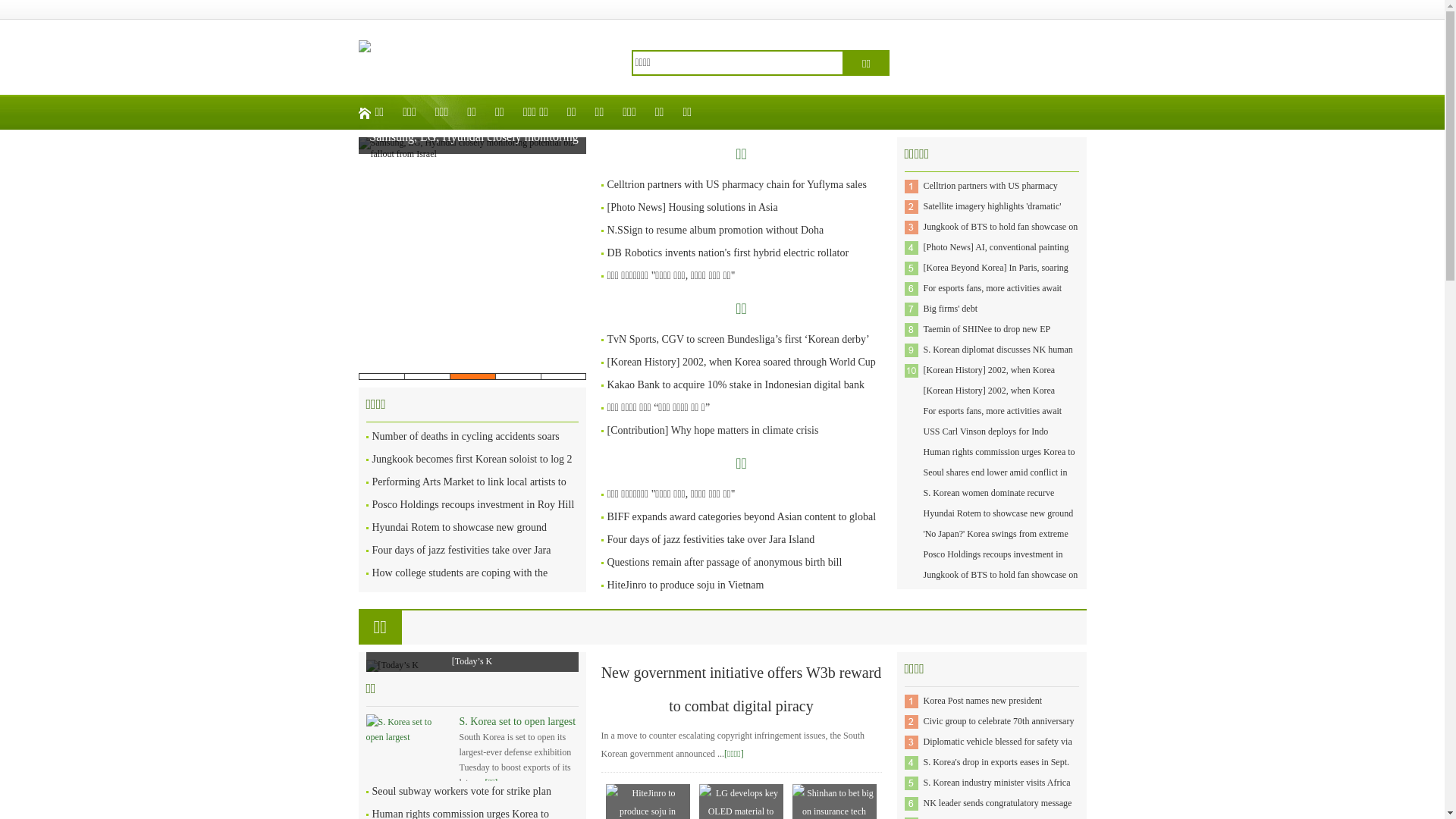 The height and width of the screenshot is (819, 1456). What do you see at coordinates (923, 308) in the screenshot?
I see `'Big firms' debt'` at bounding box center [923, 308].